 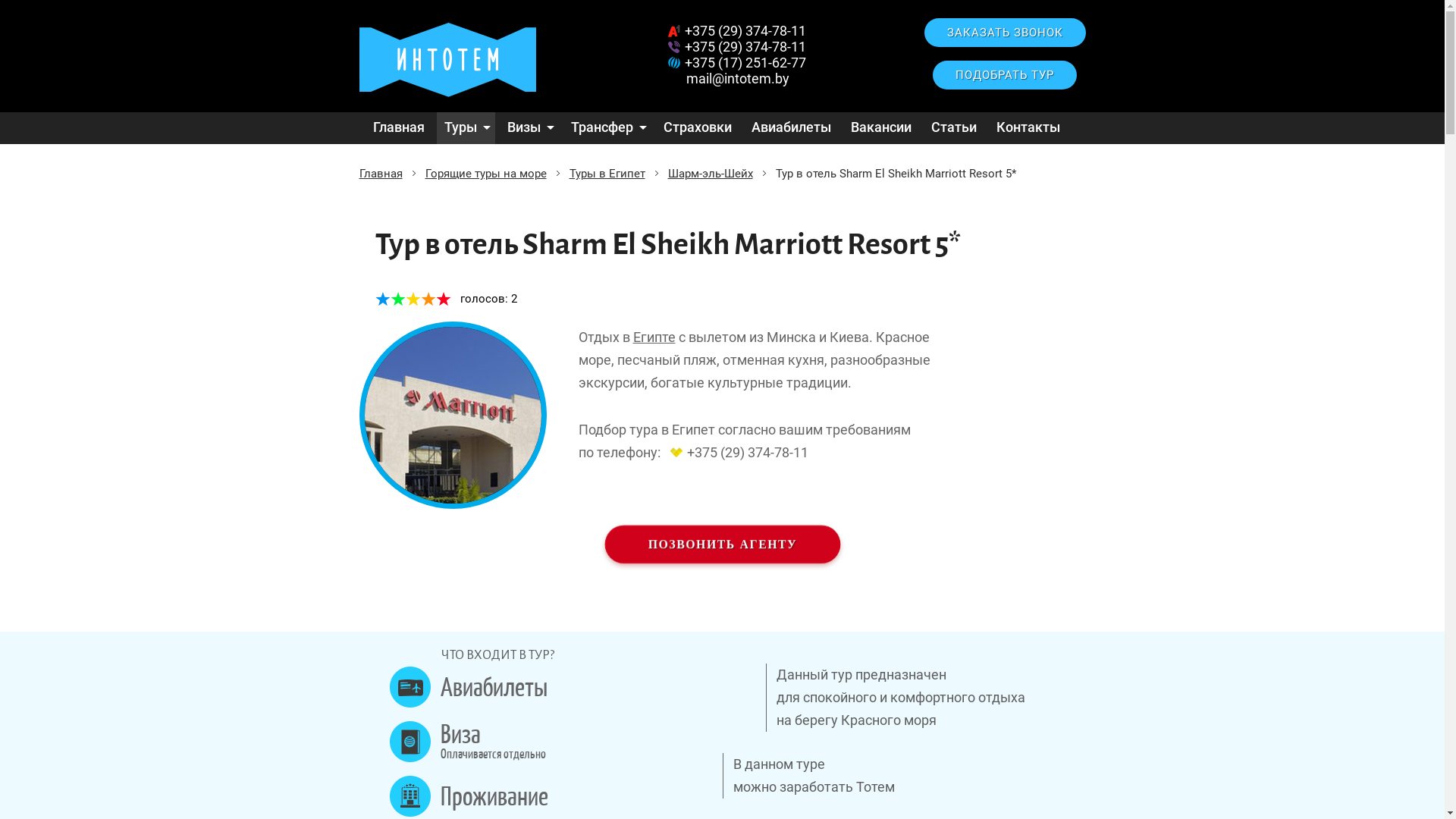 I want to click on '+375 (17) 251-62-77', so click(x=733, y=61).